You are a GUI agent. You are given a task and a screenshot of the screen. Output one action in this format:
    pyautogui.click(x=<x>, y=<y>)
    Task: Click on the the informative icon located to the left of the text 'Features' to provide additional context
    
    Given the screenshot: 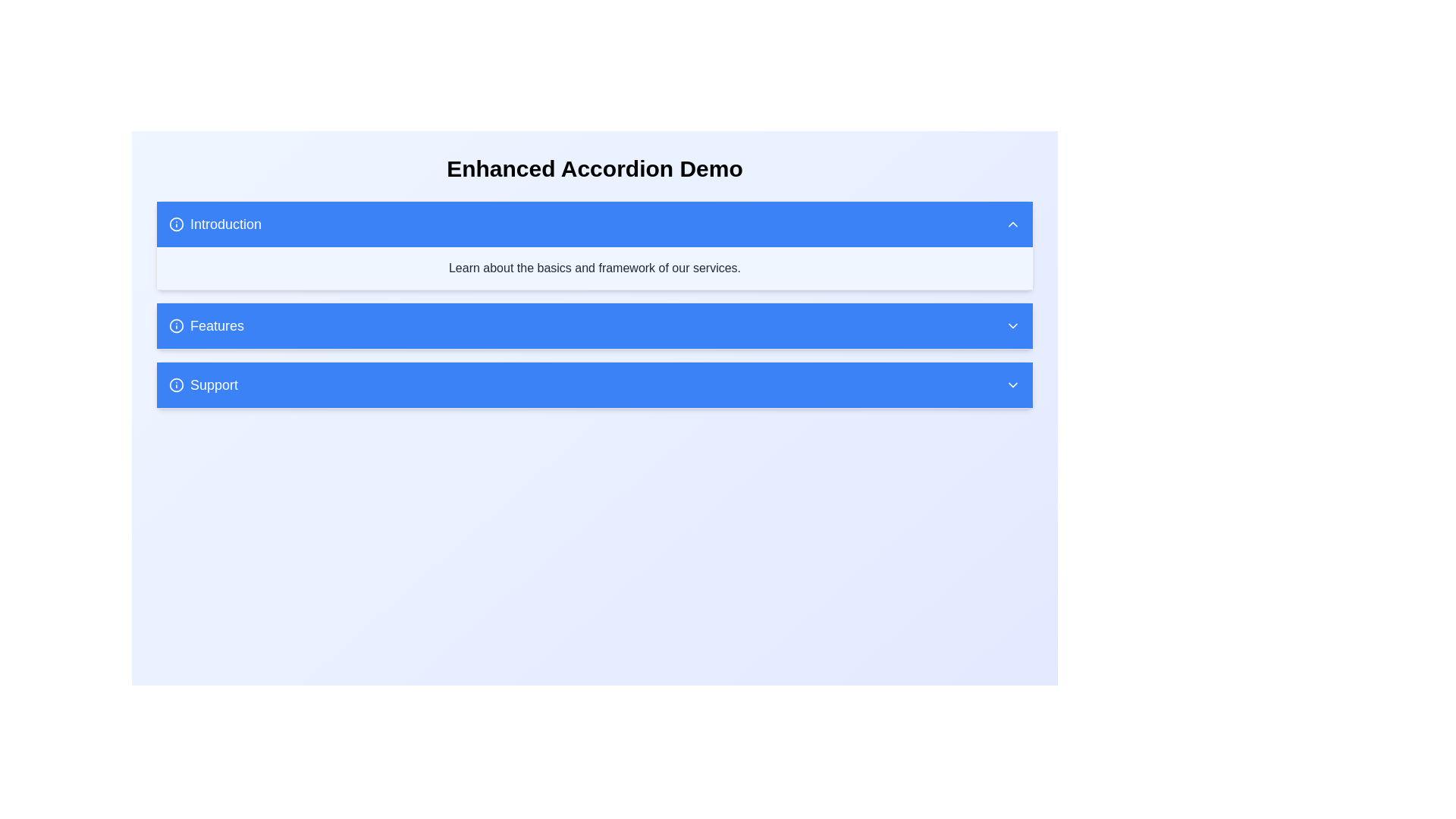 What is the action you would take?
    pyautogui.click(x=177, y=325)
    